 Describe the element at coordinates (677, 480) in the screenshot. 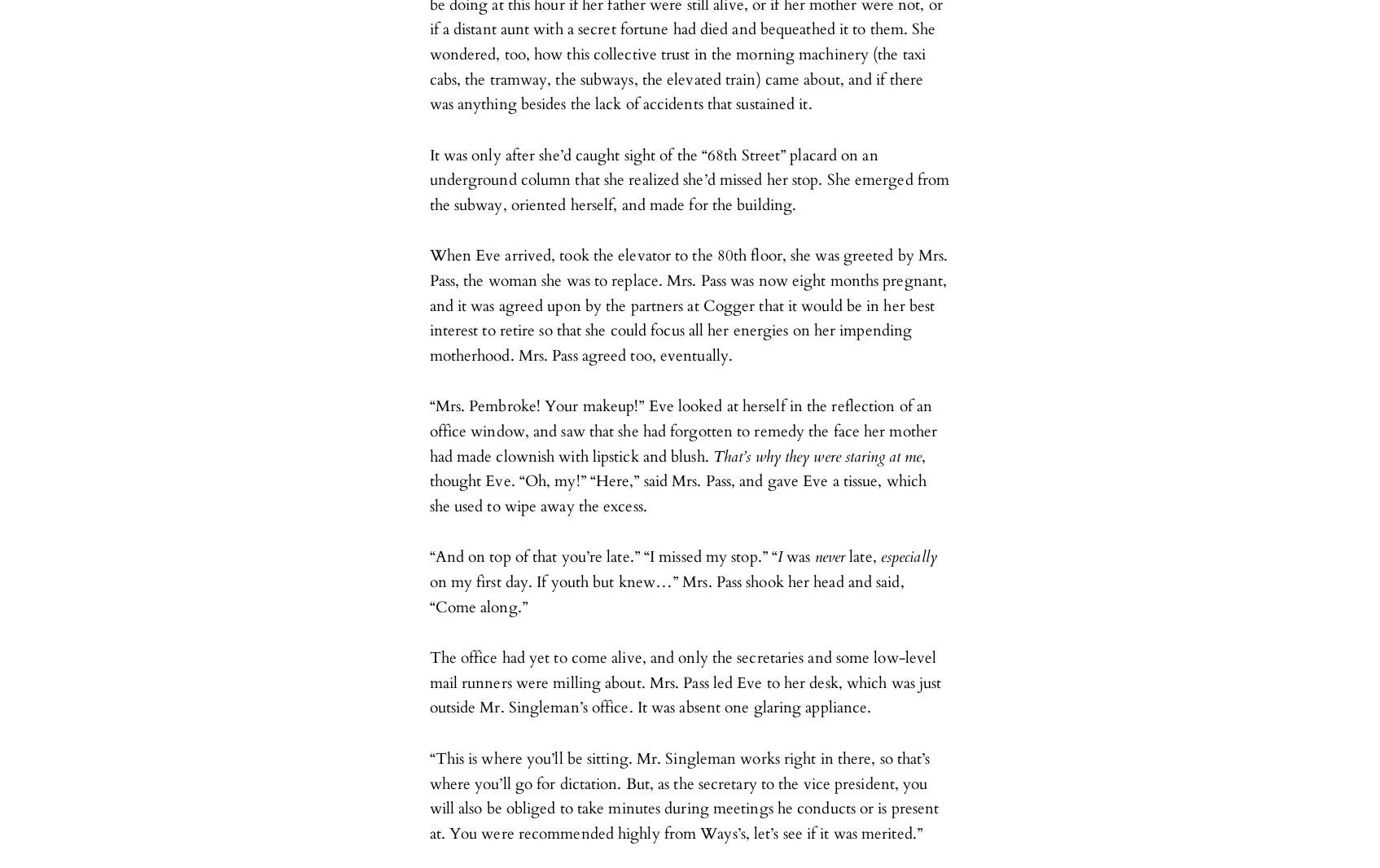

I see `', thought Eve. “Oh, my!” “Here,” said Mrs. Pass, and gave Eve a tissue, which she used to wipe away the excess.'` at that location.